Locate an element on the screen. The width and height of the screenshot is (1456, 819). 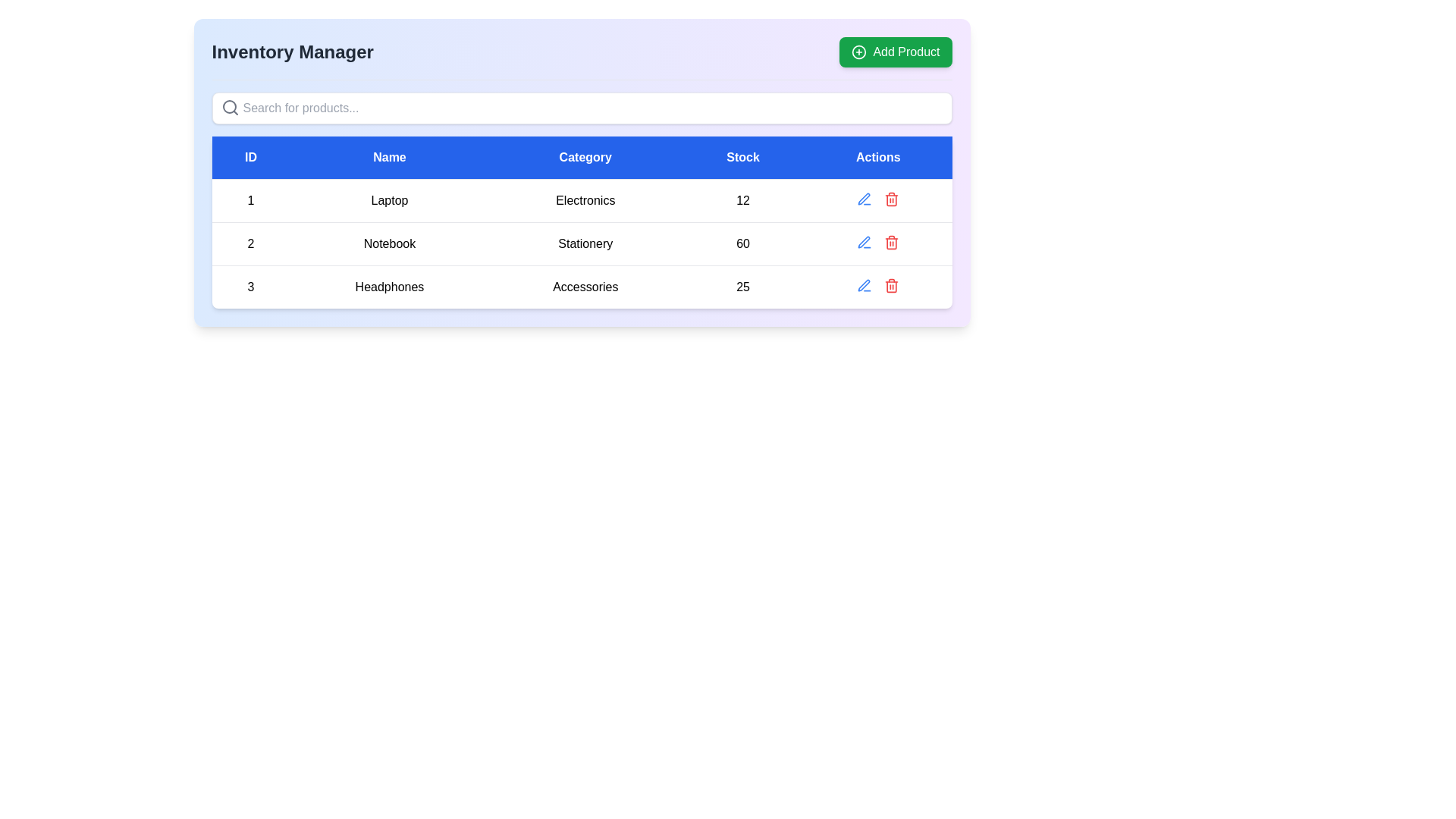
the static text element displaying '3' in the 'ID' column of the table, which is located in the third row next to the product name 'Headphones' is located at coordinates (251, 287).